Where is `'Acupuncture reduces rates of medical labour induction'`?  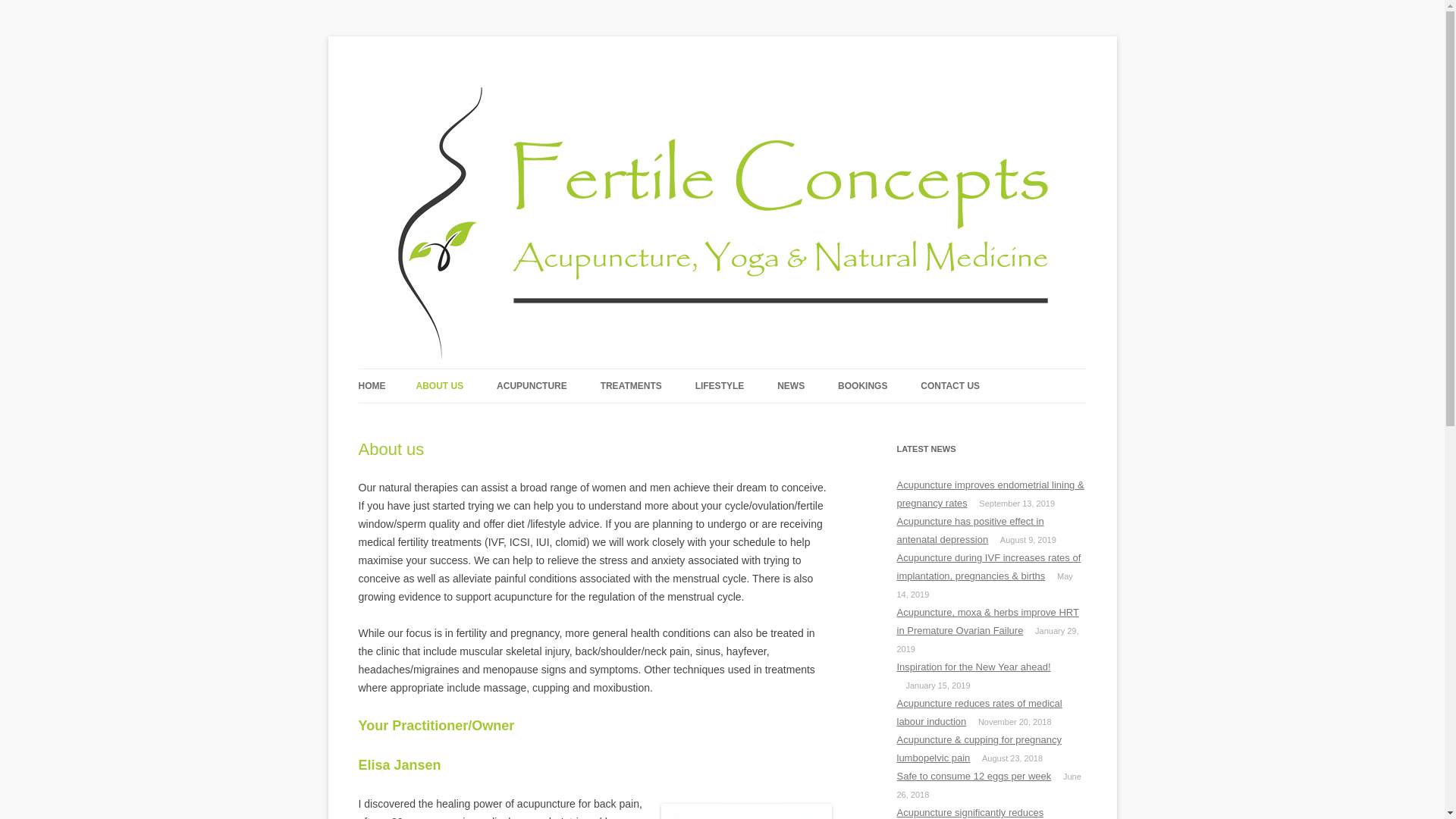
'Acupuncture reduces rates of medical labour induction' is located at coordinates (979, 712).